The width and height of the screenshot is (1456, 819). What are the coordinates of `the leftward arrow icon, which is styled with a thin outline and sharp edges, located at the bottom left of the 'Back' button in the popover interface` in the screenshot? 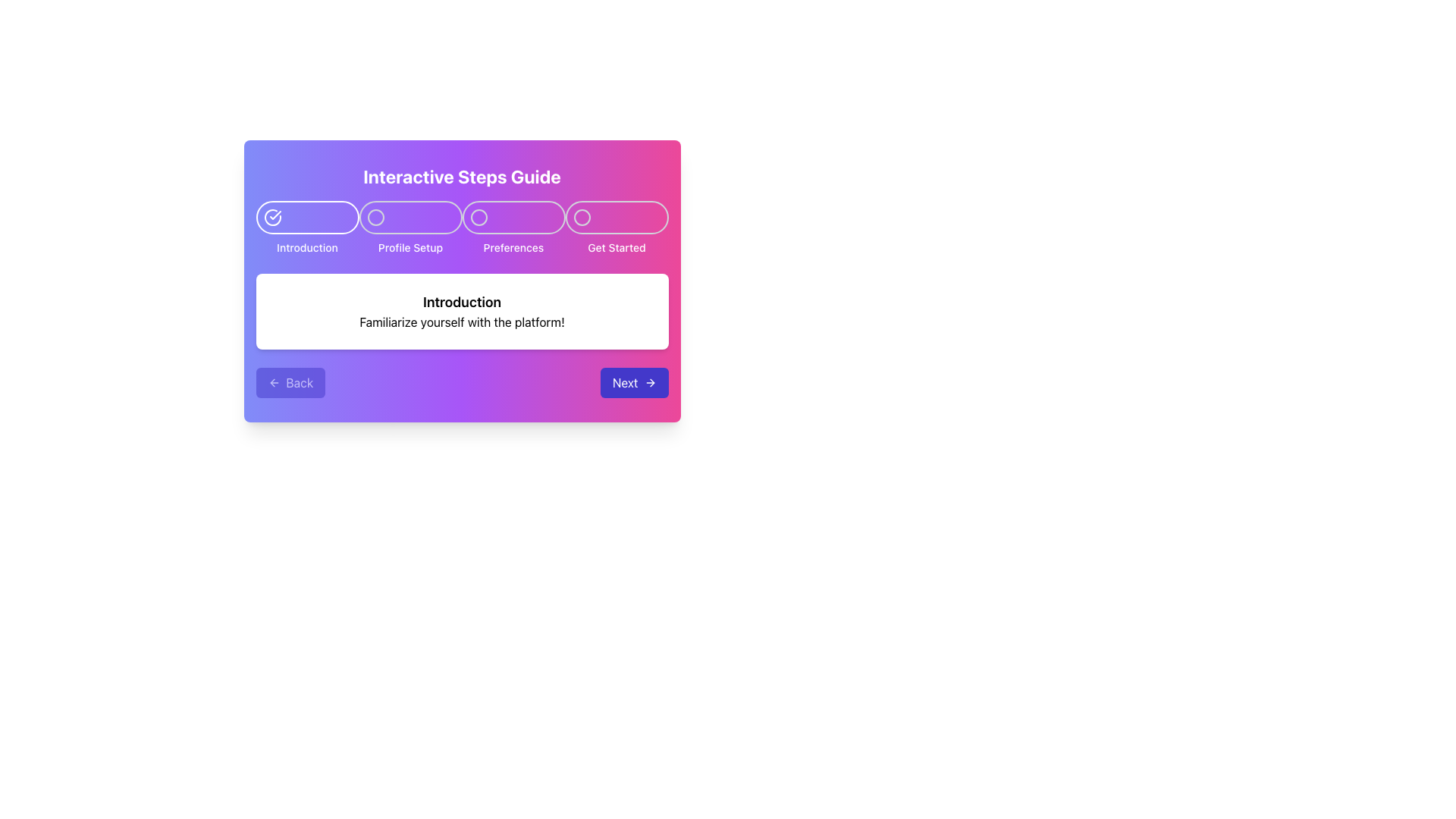 It's located at (274, 382).